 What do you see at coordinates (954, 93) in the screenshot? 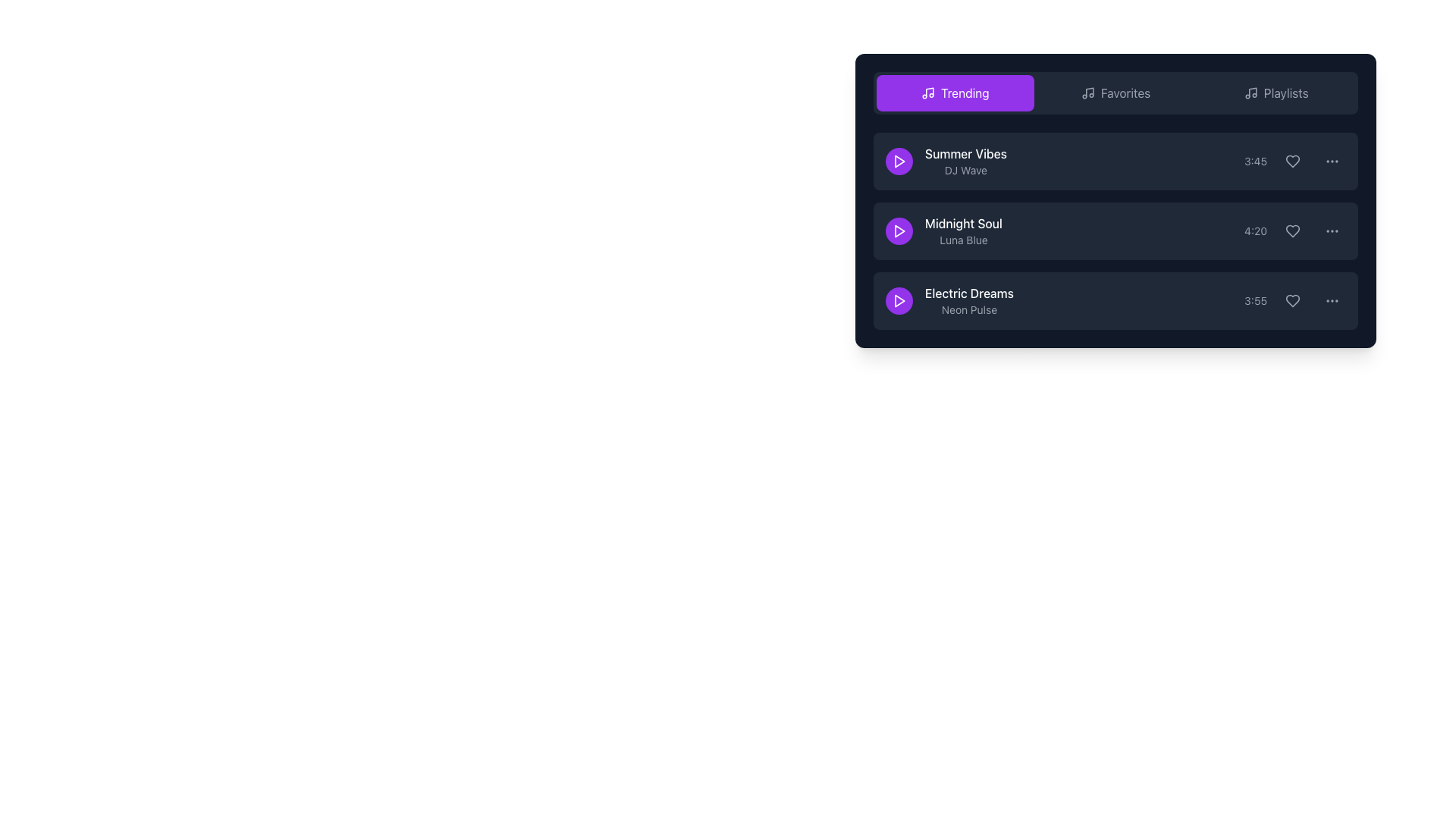
I see `the purple rectangular button with rounded corners labeled 'Trending'` at bounding box center [954, 93].